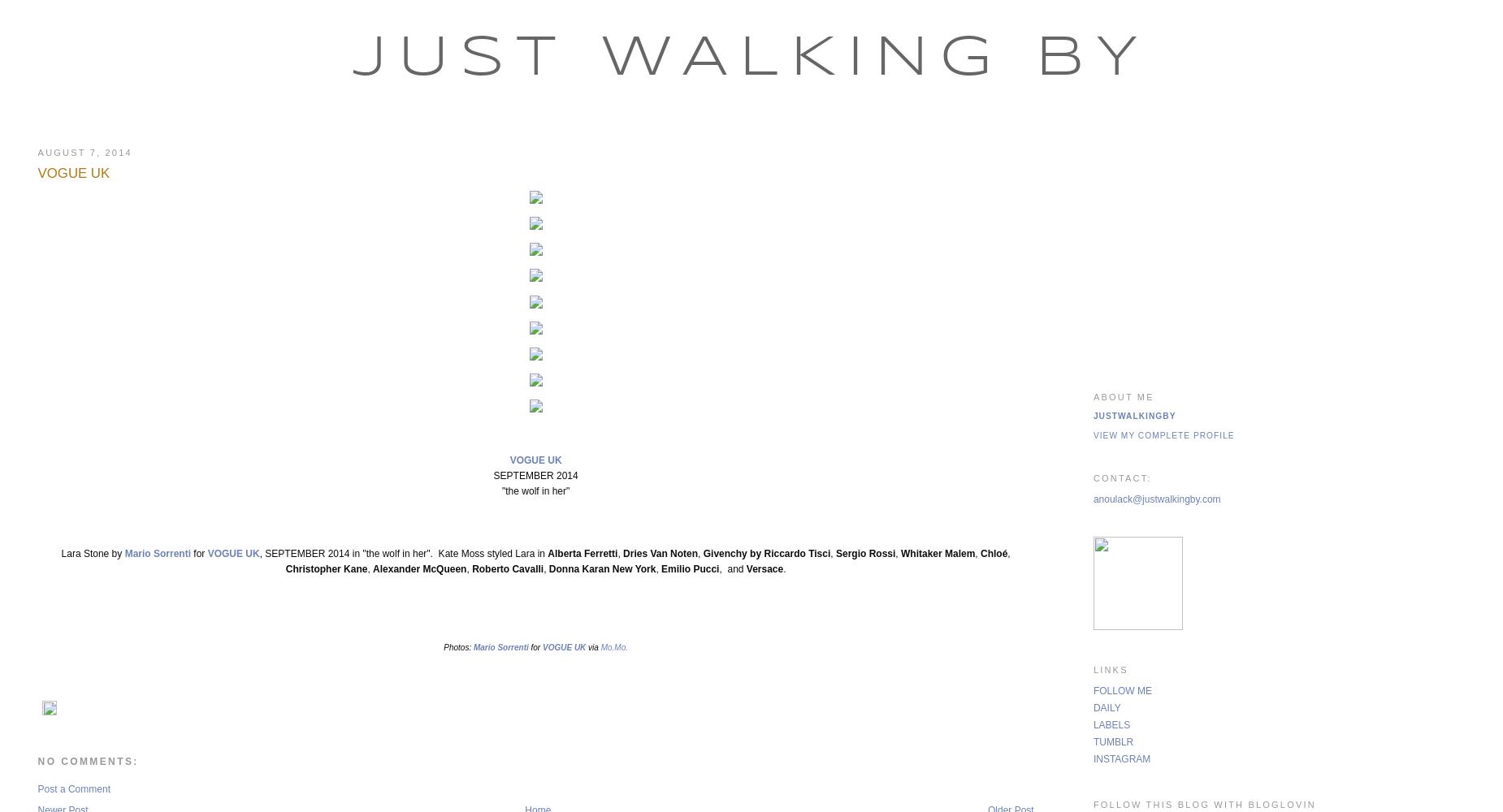 The width and height of the screenshot is (1503, 812). I want to click on 'via', so click(593, 647).